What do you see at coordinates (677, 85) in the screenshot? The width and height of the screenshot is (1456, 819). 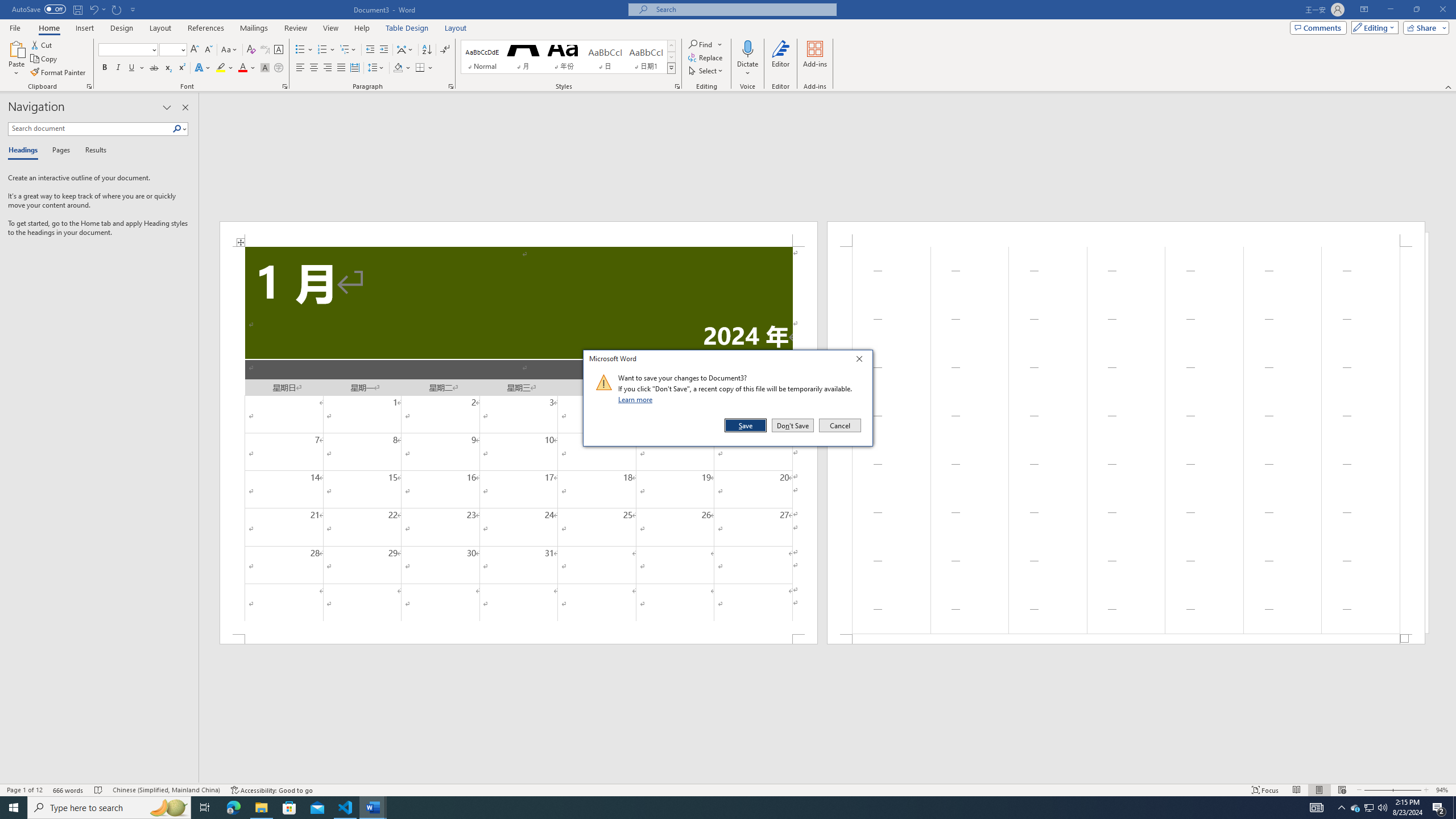 I see `'Styles...'` at bounding box center [677, 85].